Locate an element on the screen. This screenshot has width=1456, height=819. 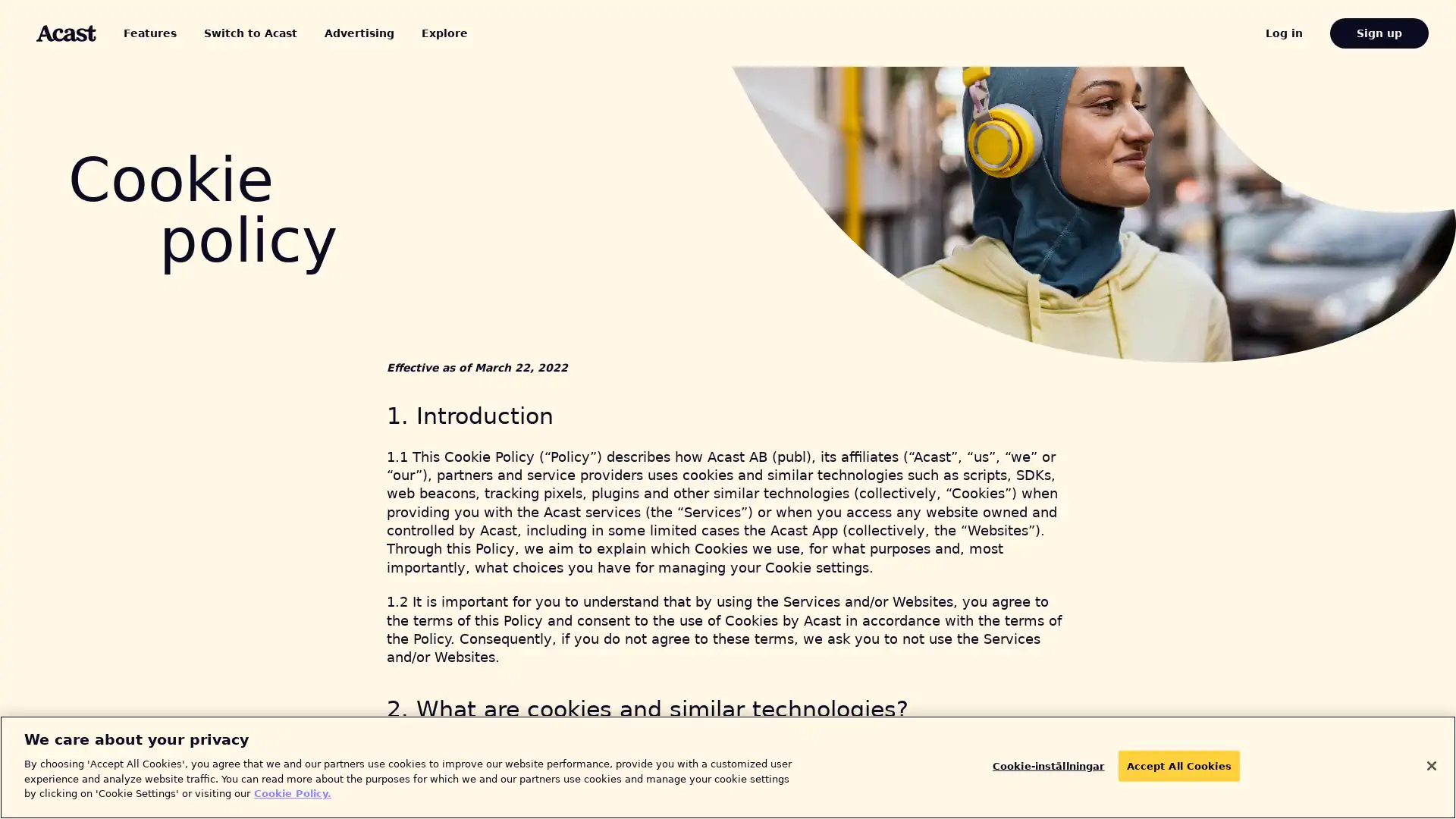
Switch to Acast is located at coordinates (232, 33).